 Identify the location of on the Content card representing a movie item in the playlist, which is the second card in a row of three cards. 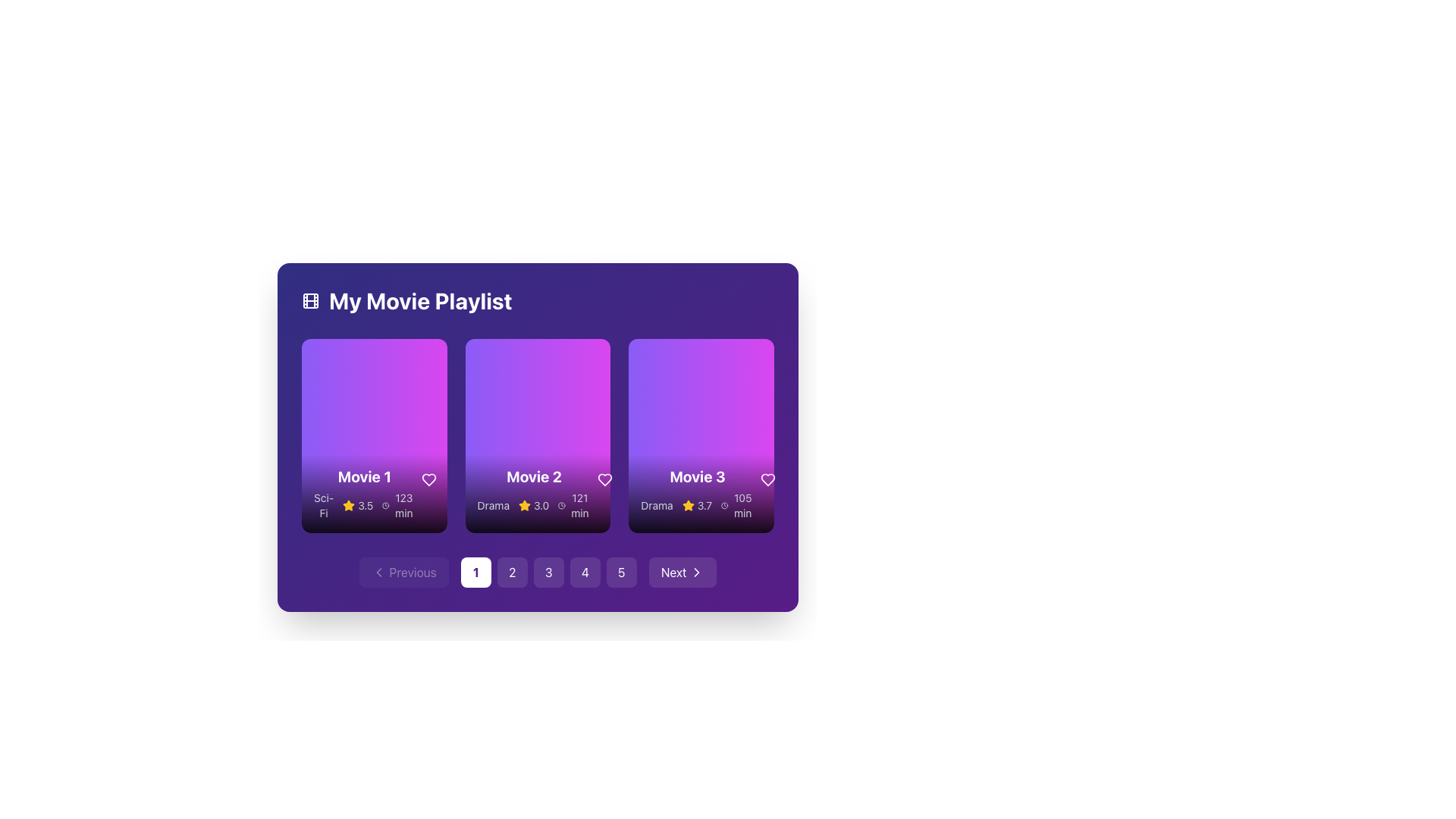
(538, 435).